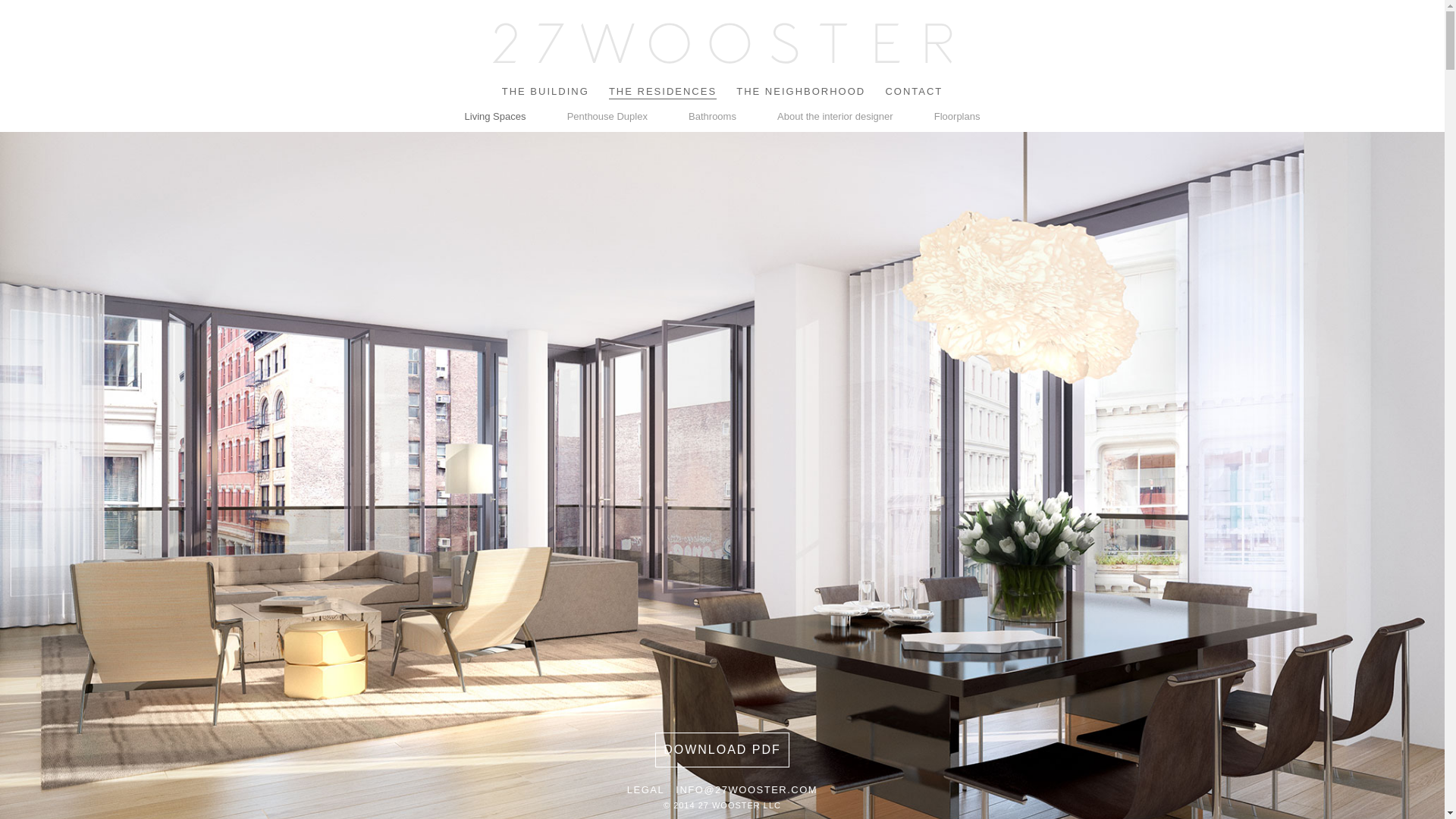 Image resolution: width=1456 pixels, height=819 pixels. Describe the element at coordinates (912, 91) in the screenshot. I see `'CONTACT'` at that location.